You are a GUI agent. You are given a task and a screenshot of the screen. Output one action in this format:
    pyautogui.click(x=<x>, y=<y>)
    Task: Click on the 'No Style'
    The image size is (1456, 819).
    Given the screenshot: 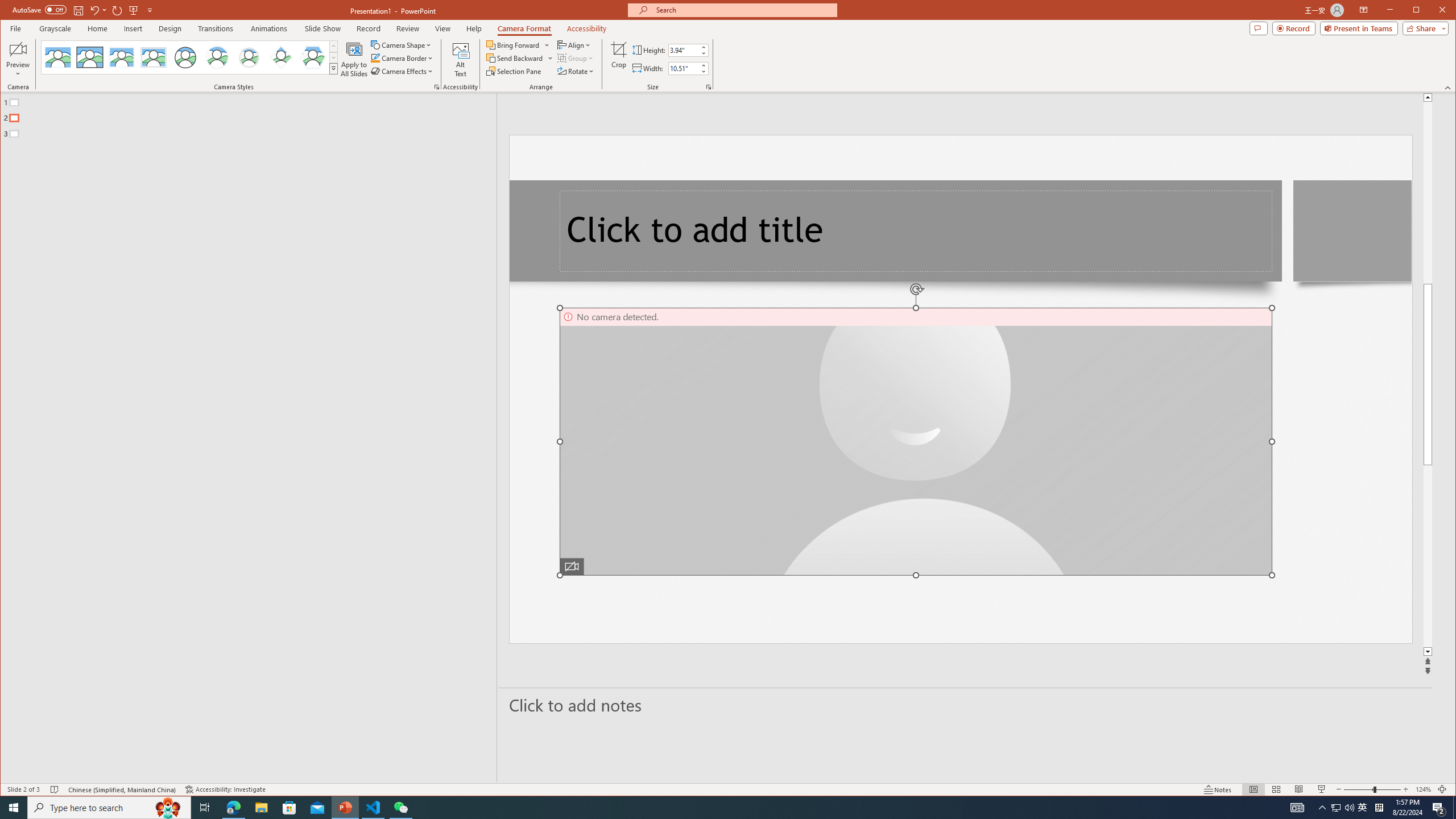 What is the action you would take?
    pyautogui.click(x=57, y=57)
    